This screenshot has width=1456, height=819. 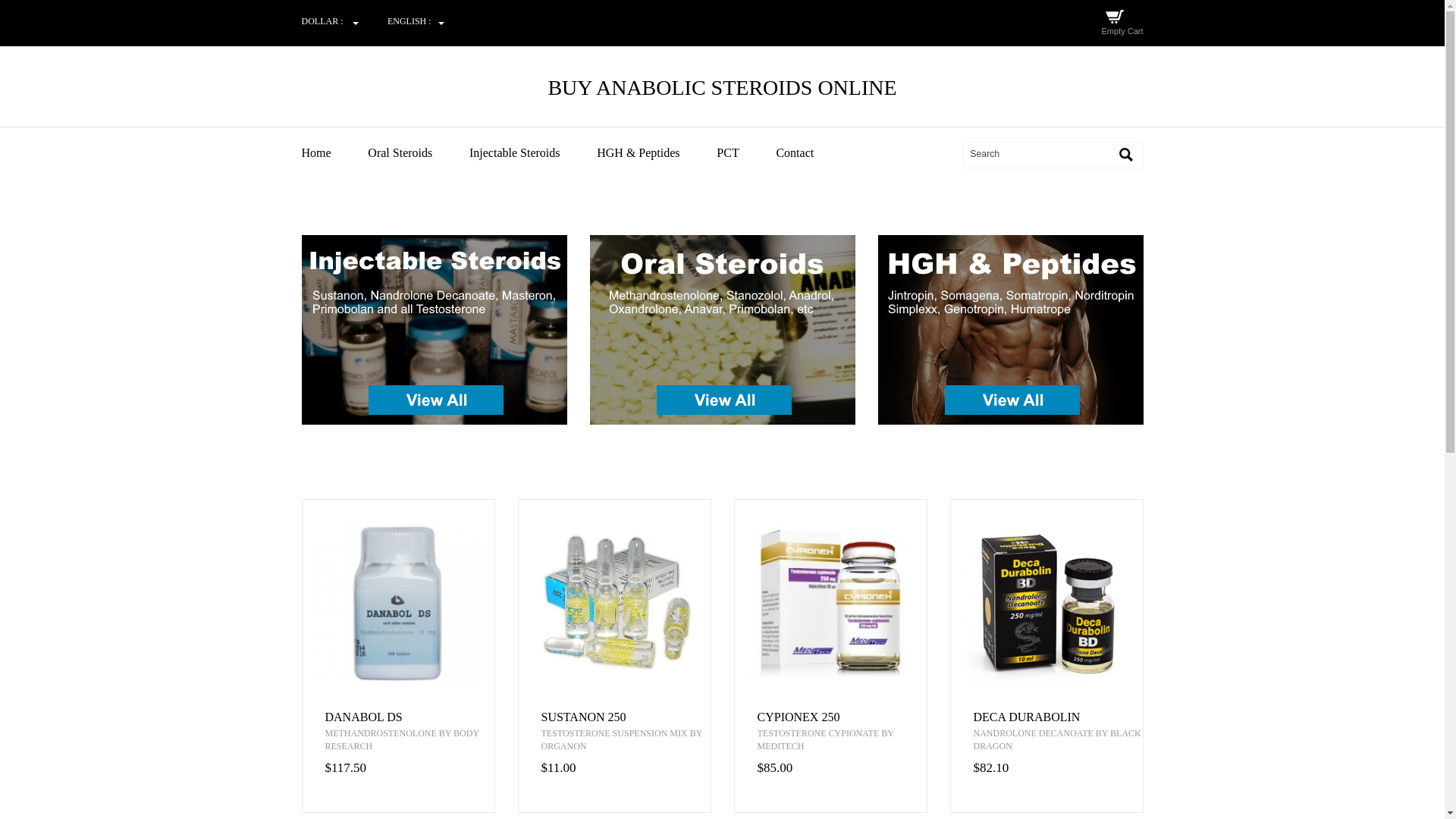 I want to click on 'Empty Cart', so click(x=1122, y=31).